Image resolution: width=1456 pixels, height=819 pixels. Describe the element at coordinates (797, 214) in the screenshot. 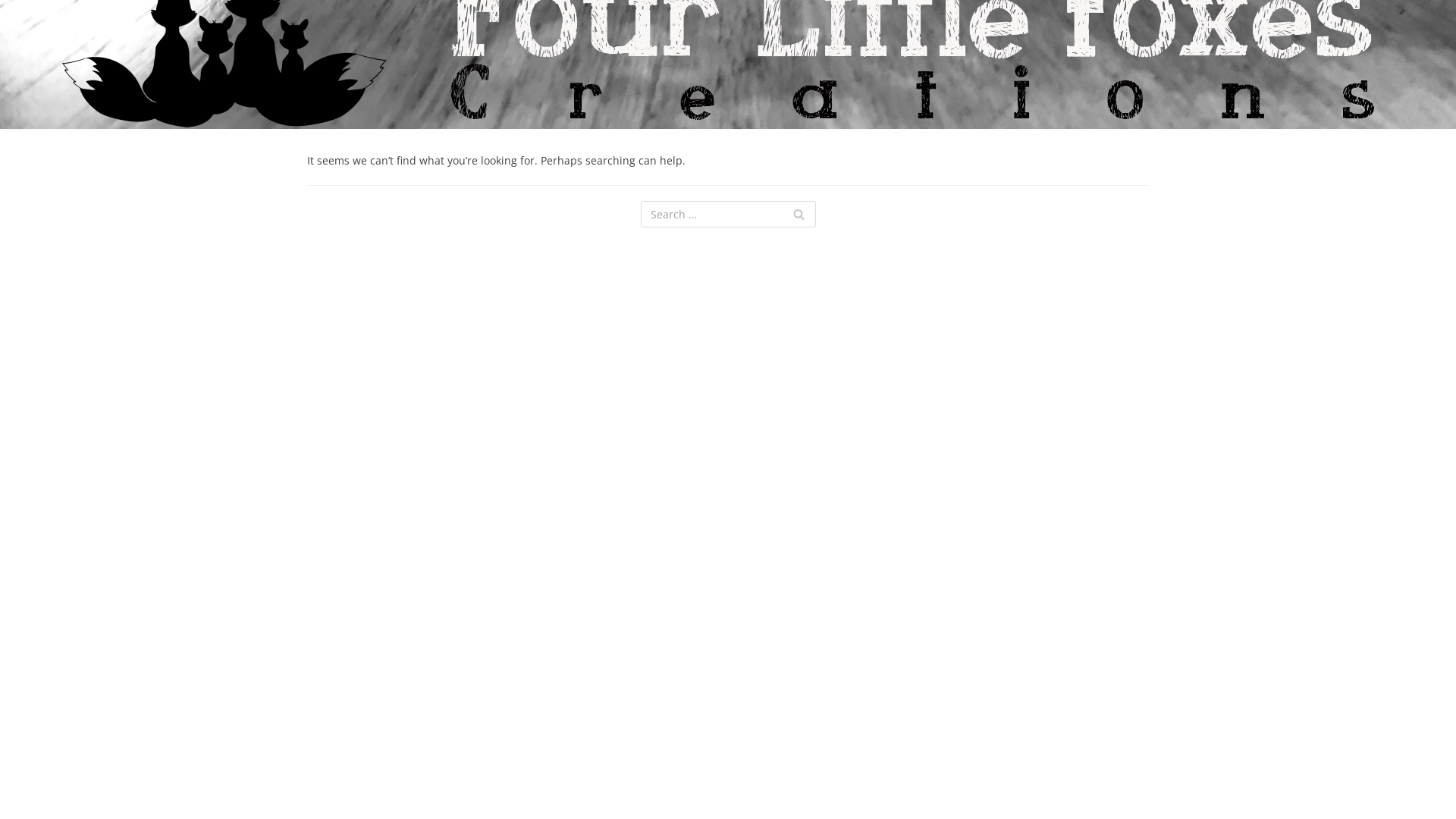

I see `'Search'` at that location.